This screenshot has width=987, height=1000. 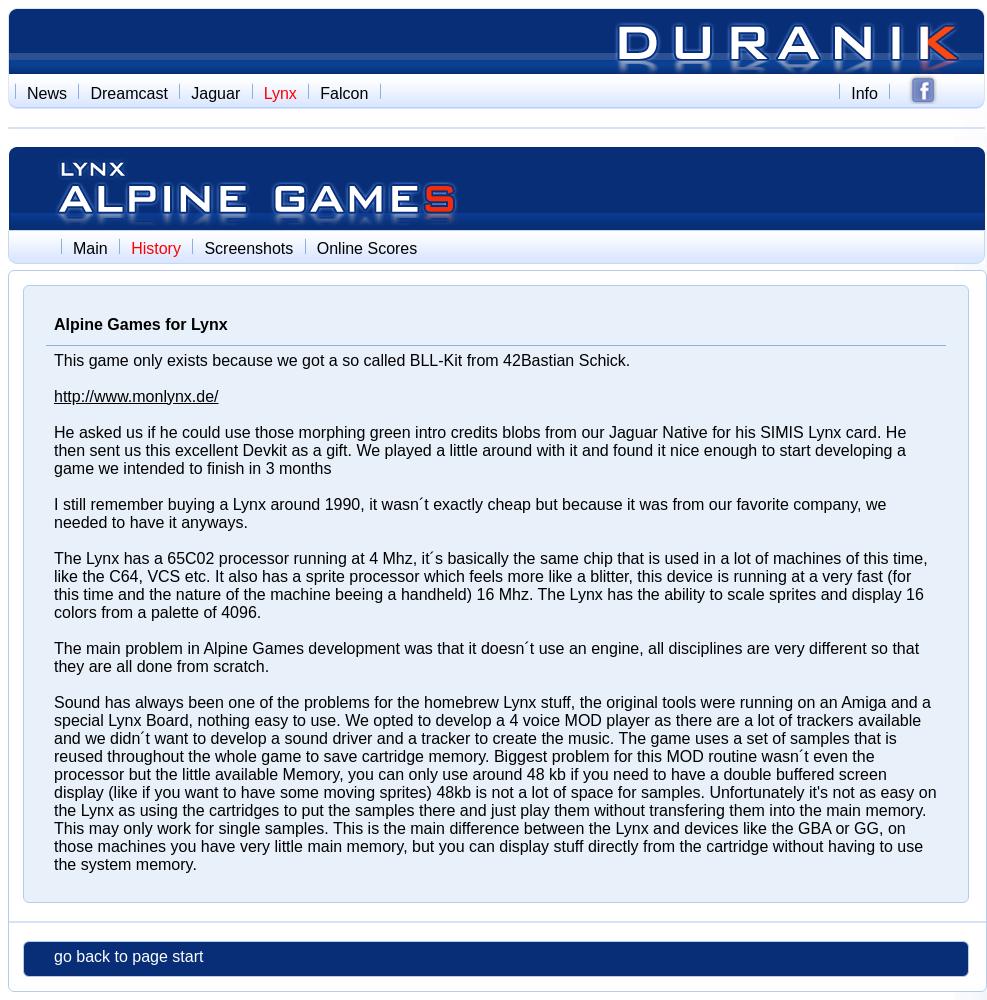 I want to click on 'Info', so click(x=863, y=91).